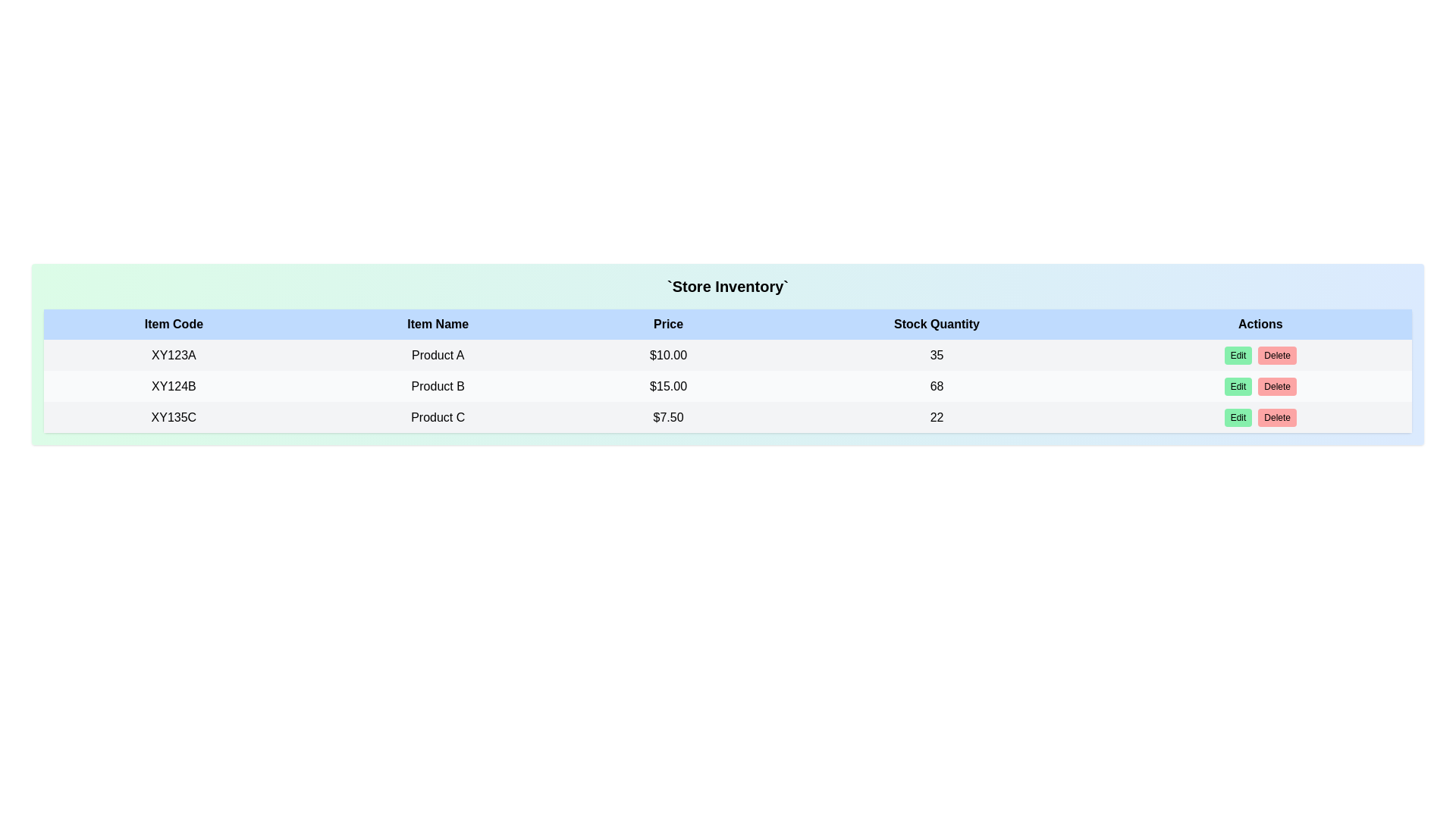 The width and height of the screenshot is (1456, 819). Describe the element at coordinates (667, 385) in the screenshot. I see `the text element displaying the price '$15.00' located in the 'Price' column for 'Product B' in the table structure` at that location.